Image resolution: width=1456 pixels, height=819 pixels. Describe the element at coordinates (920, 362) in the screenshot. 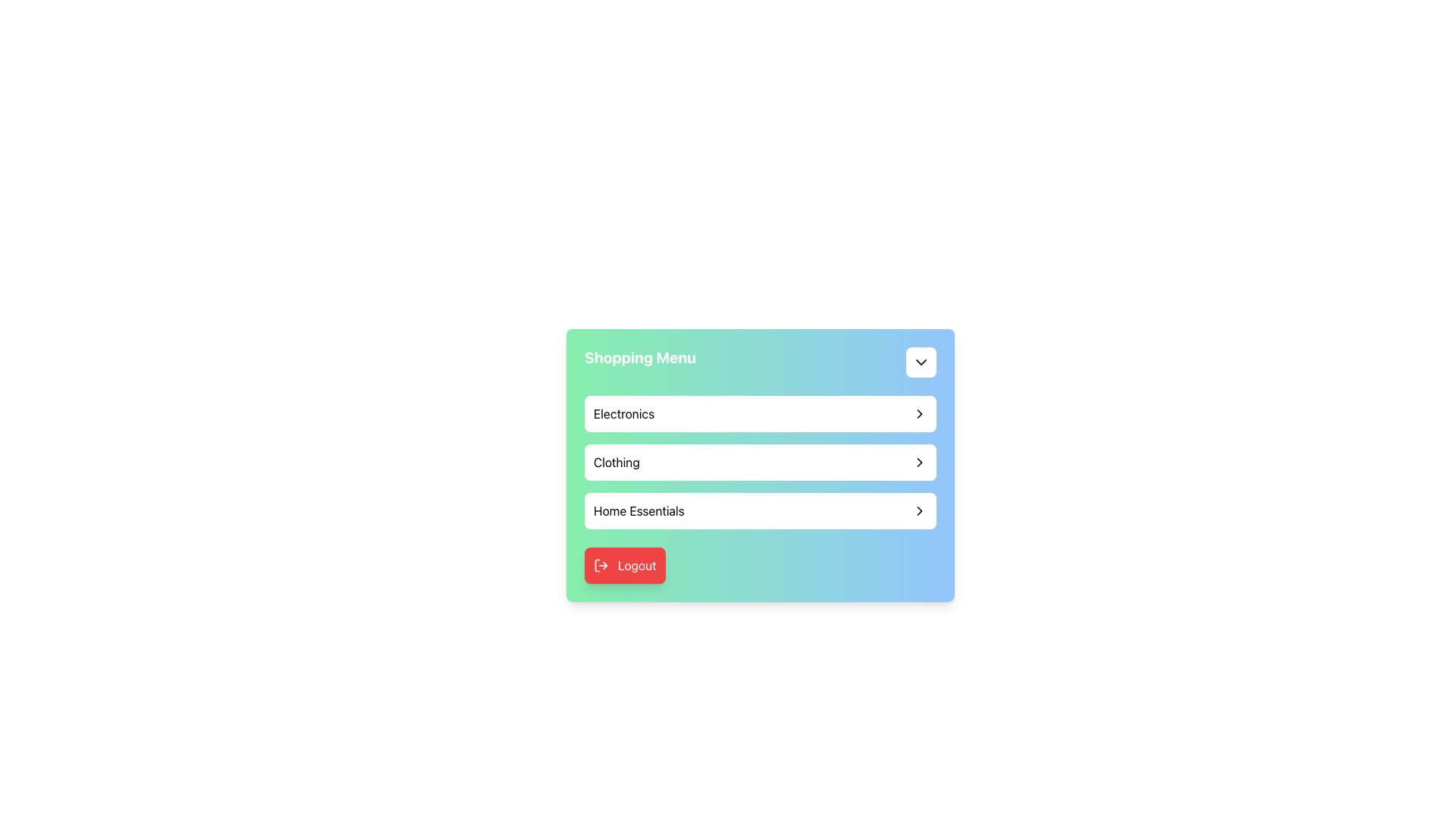

I see `the Chevron Down Arrow icon located in the top-right corner of the 'Shopping Menu' card` at that location.